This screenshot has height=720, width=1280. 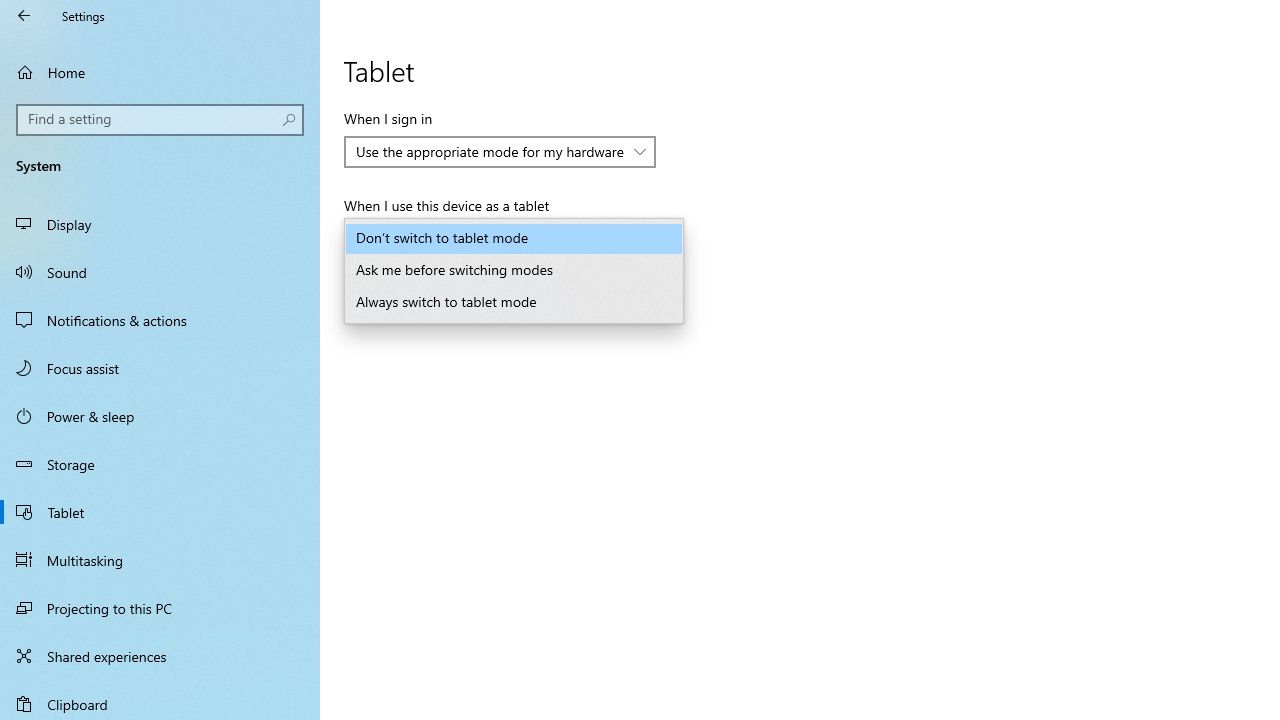 What do you see at coordinates (160, 559) in the screenshot?
I see `'Multitasking'` at bounding box center [160, 559].